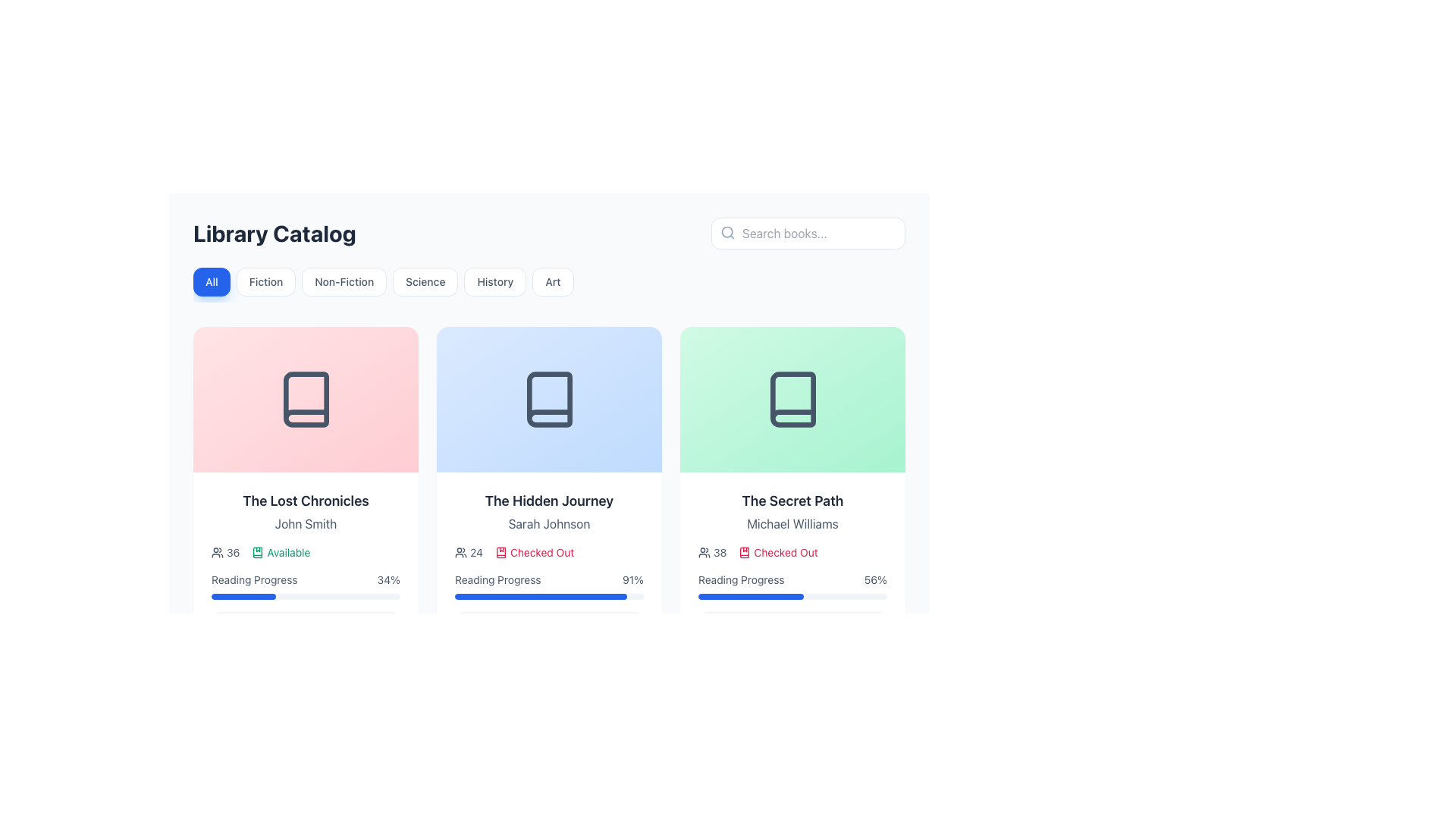  Describe the element at coordinates (305, 585) in the screenshot. I see `the progress bar indicating the reading progress of the book 'The Lost Chronicles', which displays '34%'` at that location.